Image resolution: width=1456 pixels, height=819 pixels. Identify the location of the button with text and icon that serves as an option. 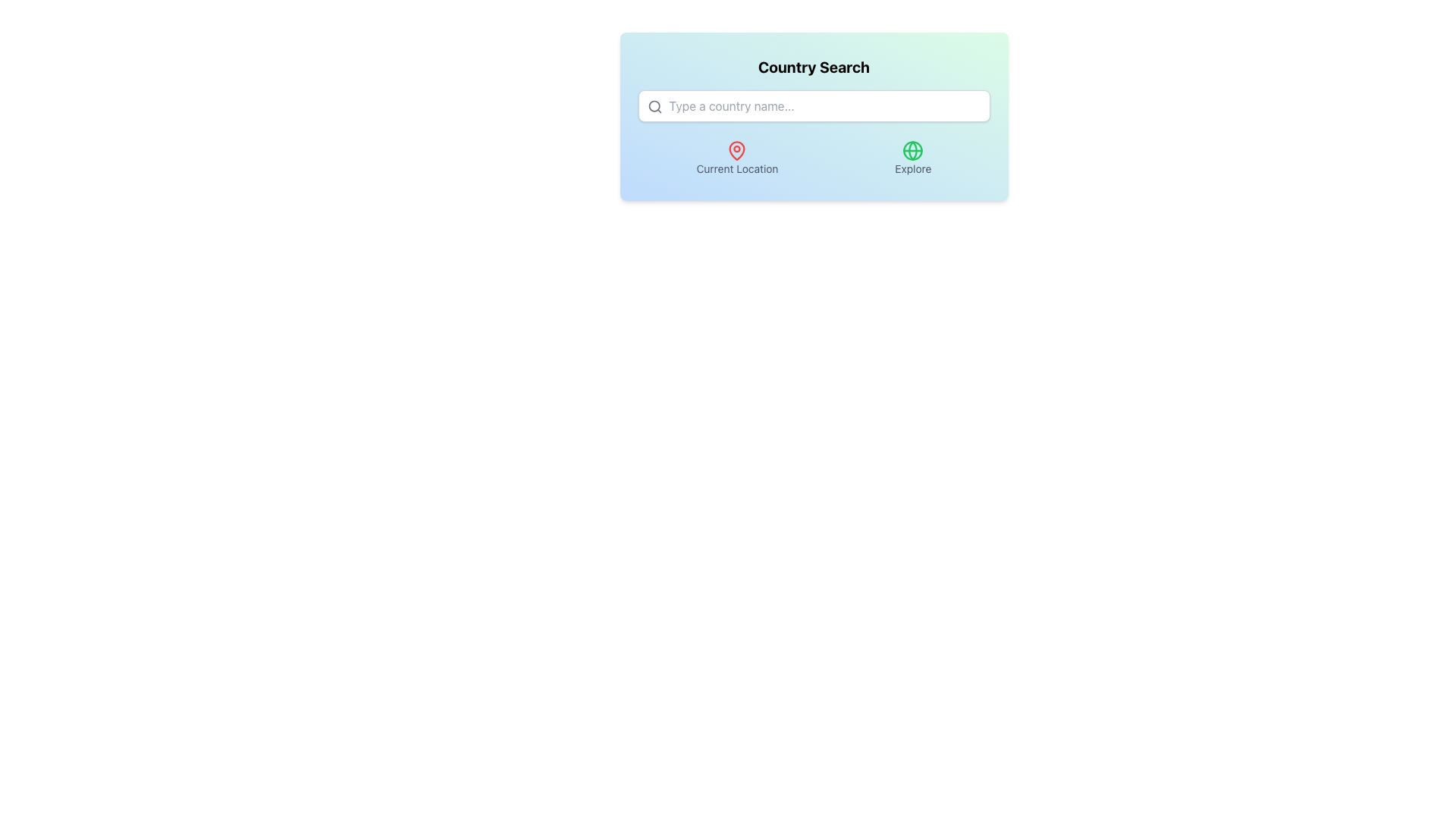
(912, 158).